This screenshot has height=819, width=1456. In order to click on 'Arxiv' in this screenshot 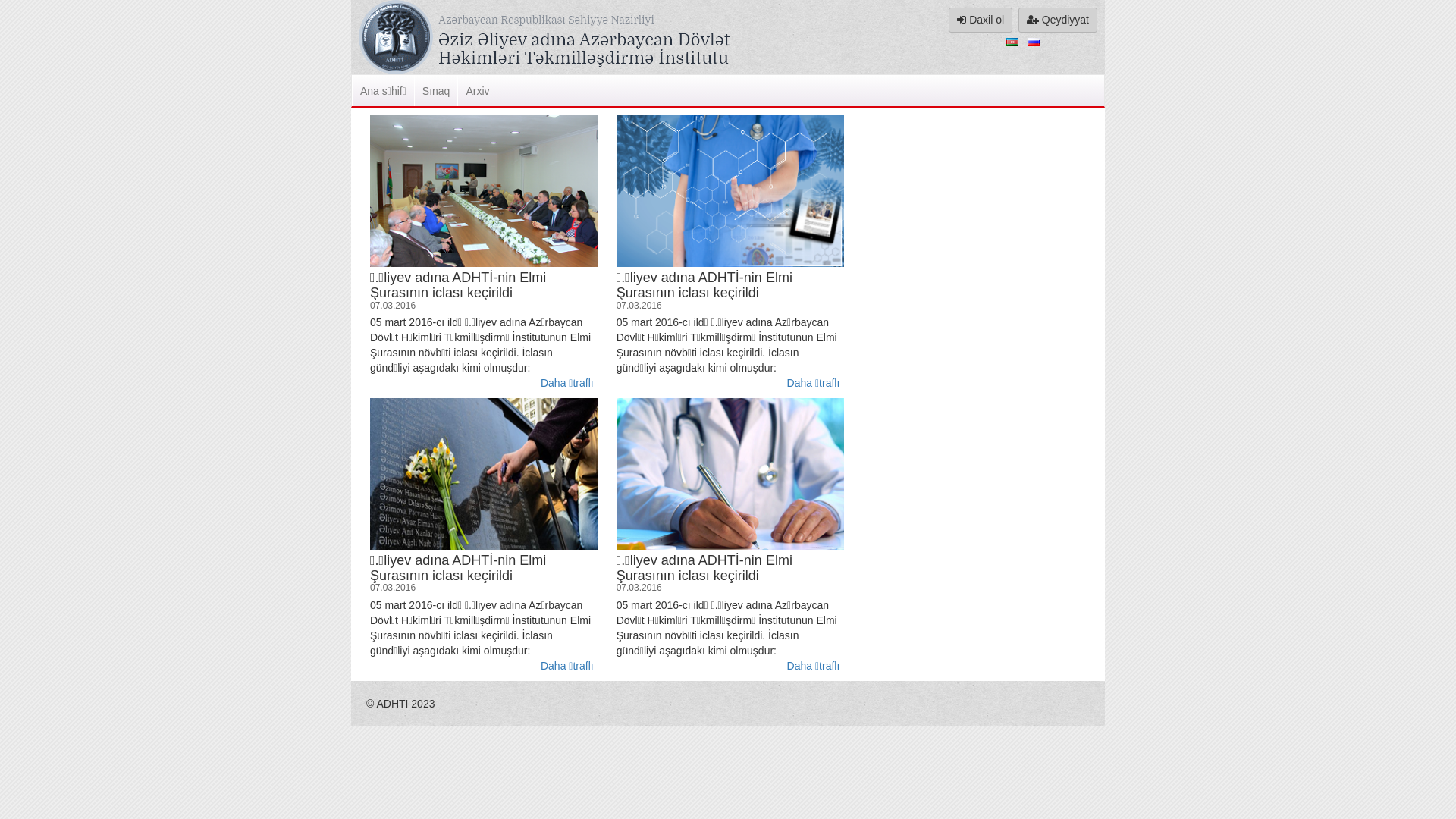, I will do `click(475, 90)`.